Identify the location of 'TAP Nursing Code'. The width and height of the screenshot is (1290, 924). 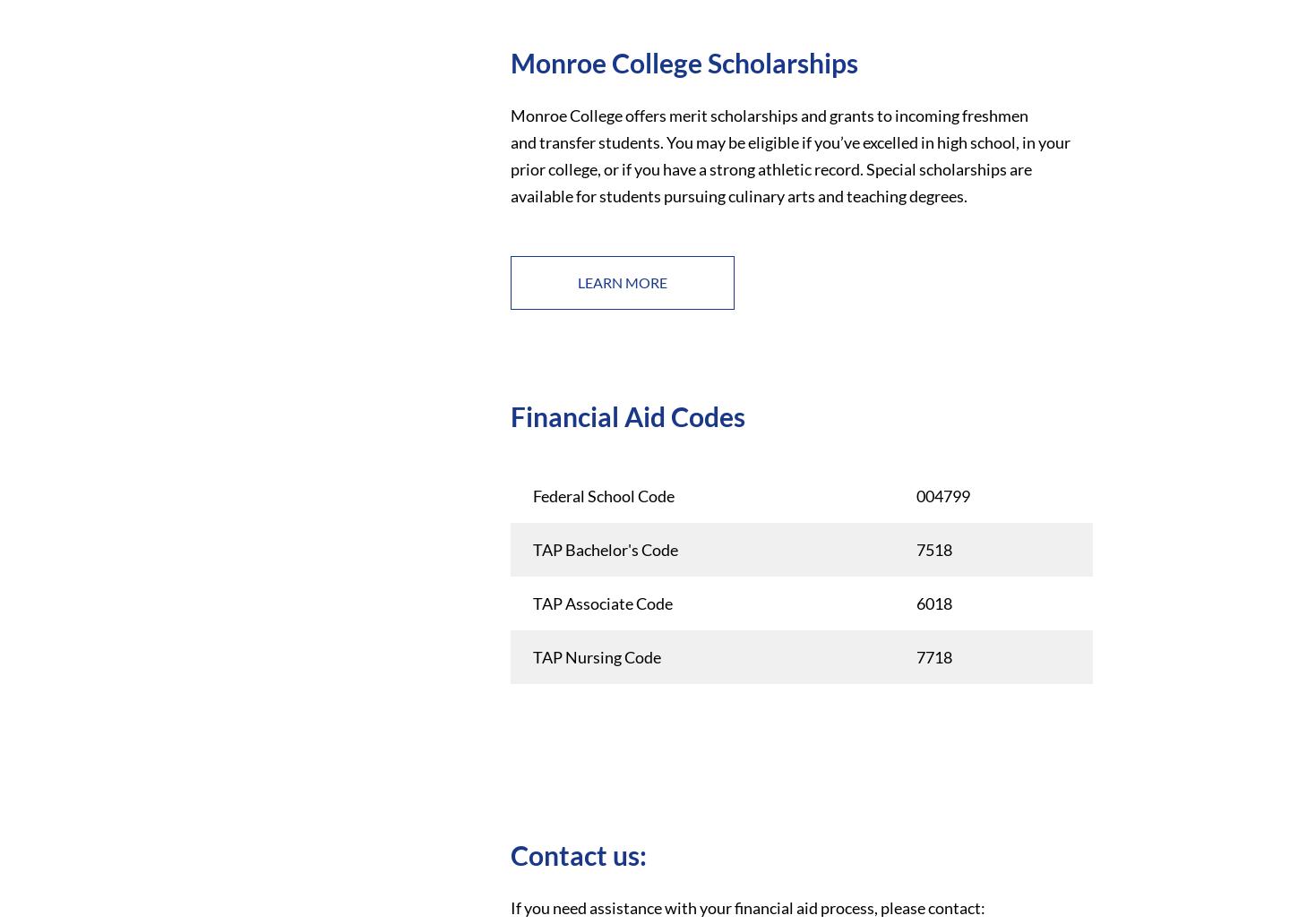
(596, 655).